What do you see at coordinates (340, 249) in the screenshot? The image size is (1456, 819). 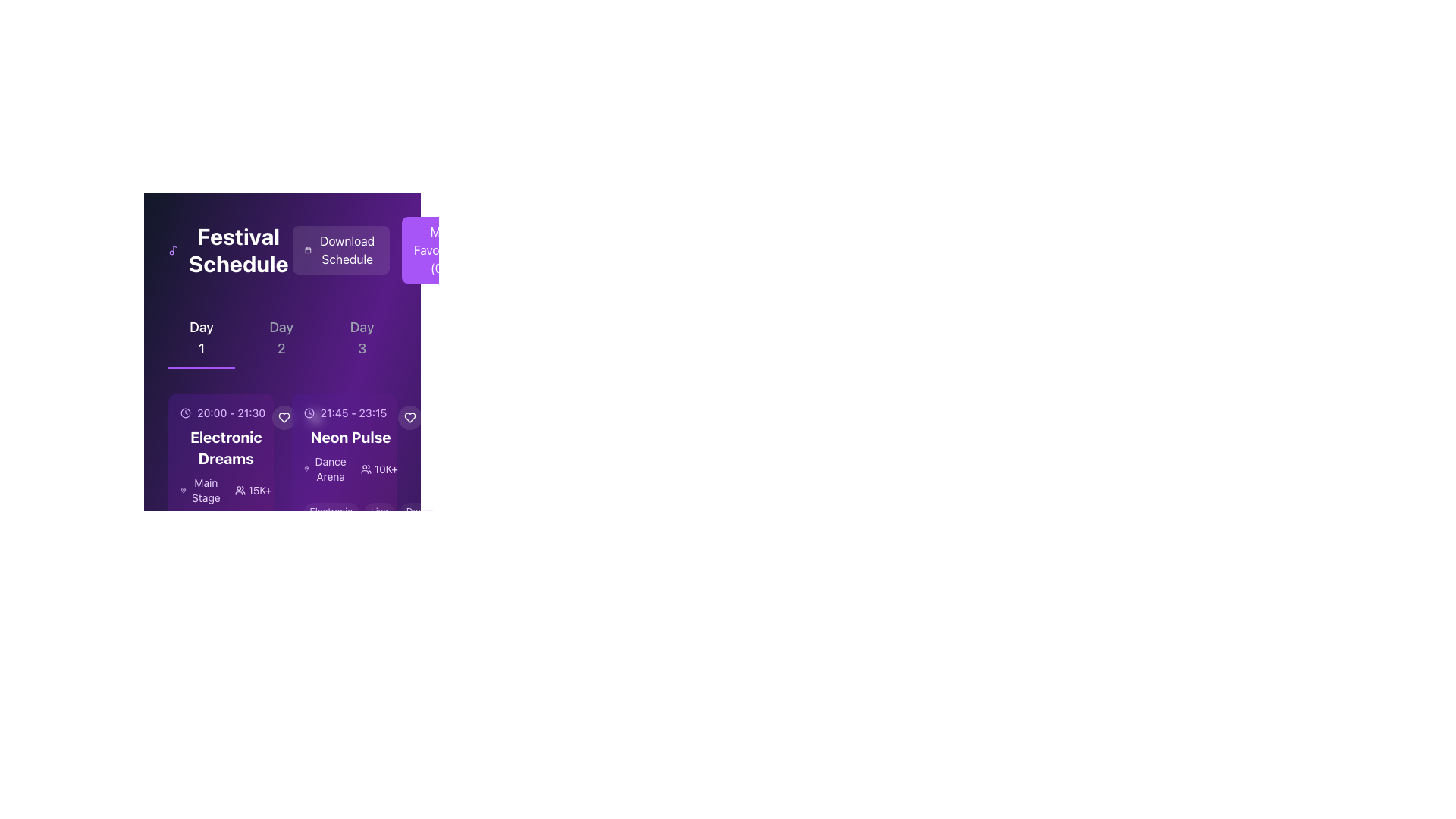 I see `the 'Download Schedule' button with purple background and white text to activate it` at bounding box center [340, 249].